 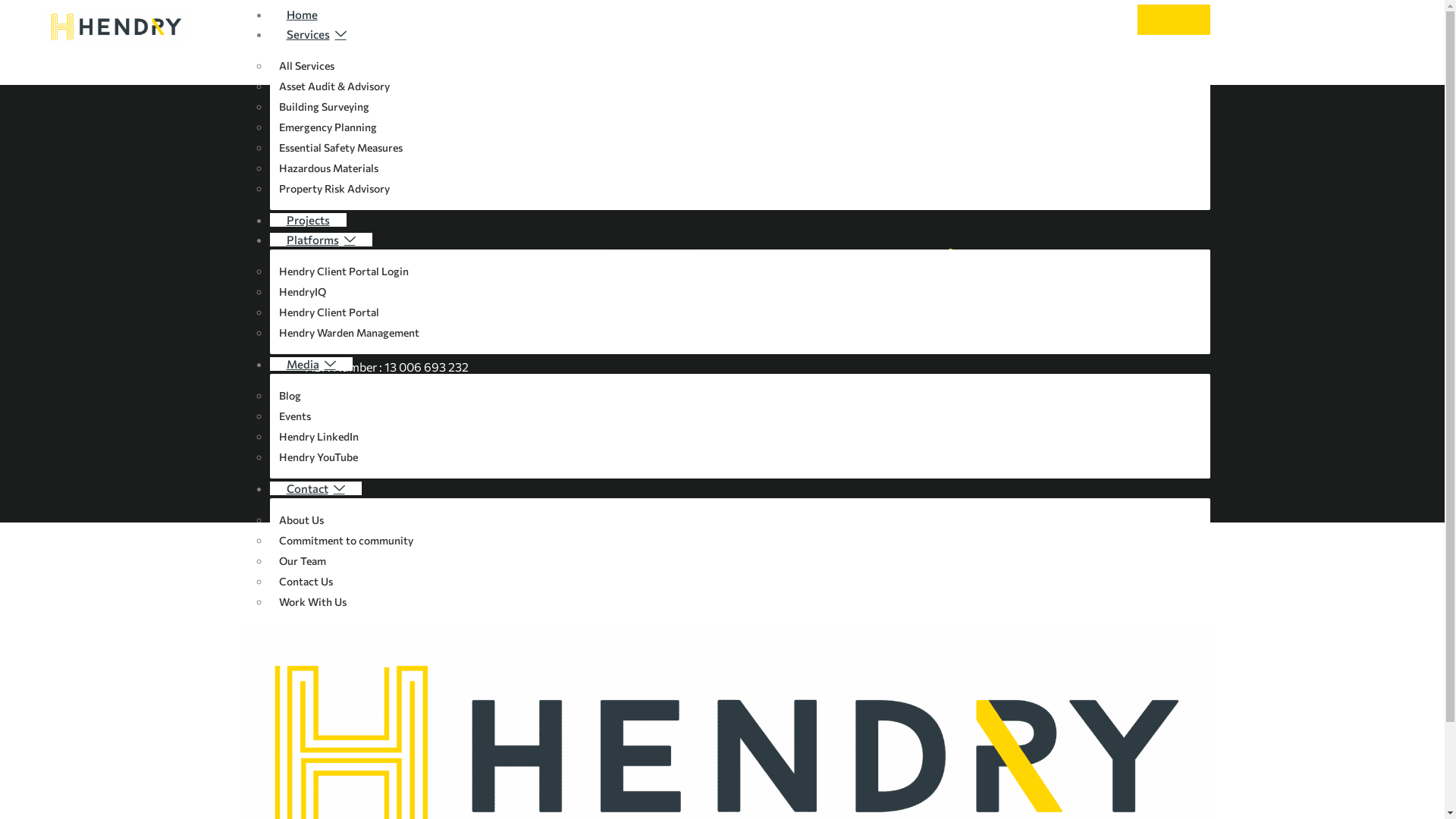 What do you see at coordinates (328, 311) in the screenshot?
I see `'Hendry Client Portal'` at bounding box center [328, 311].